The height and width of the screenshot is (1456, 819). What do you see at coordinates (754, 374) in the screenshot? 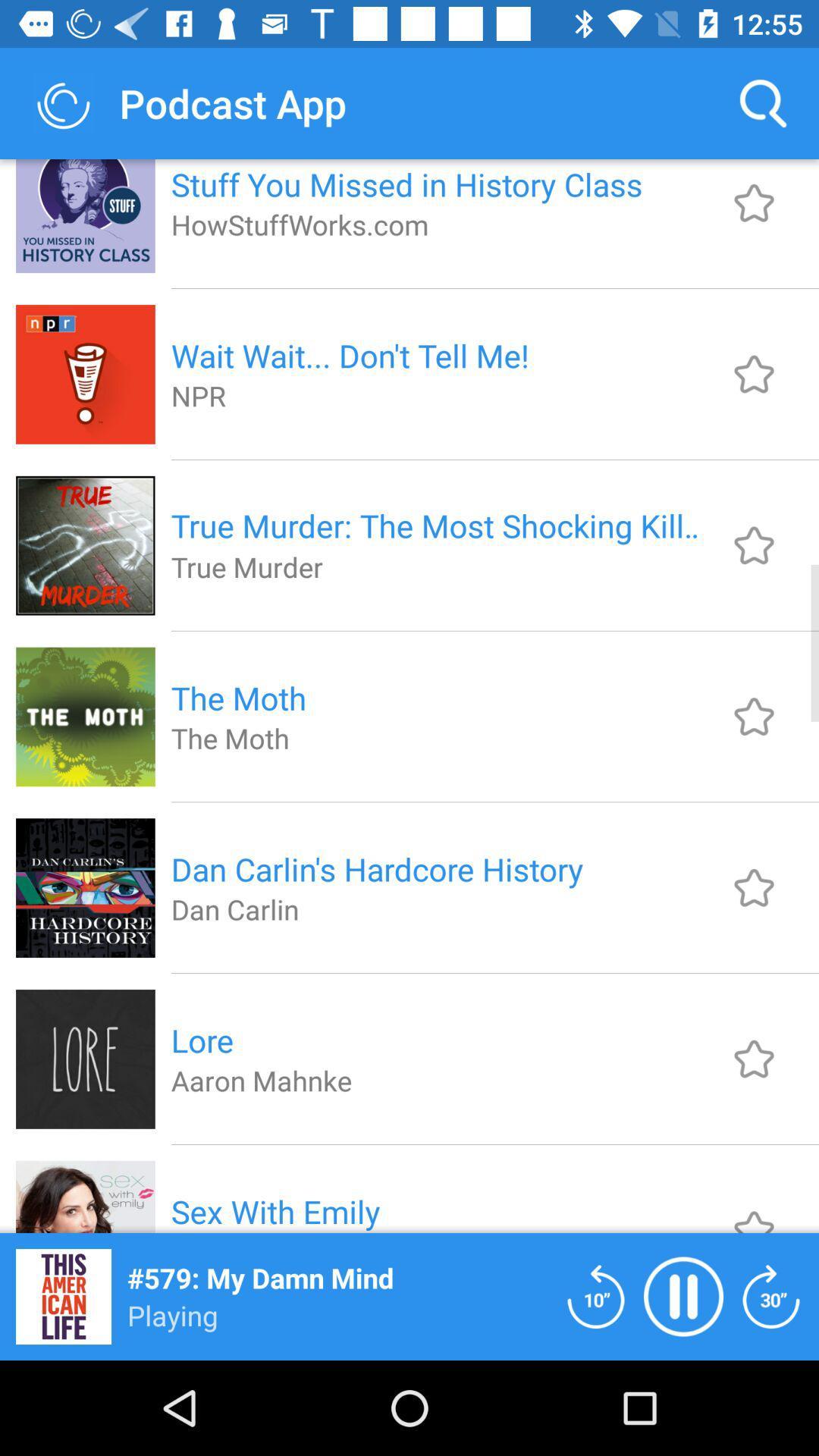
I see `star this podcast` at bounding box center [754, 374].